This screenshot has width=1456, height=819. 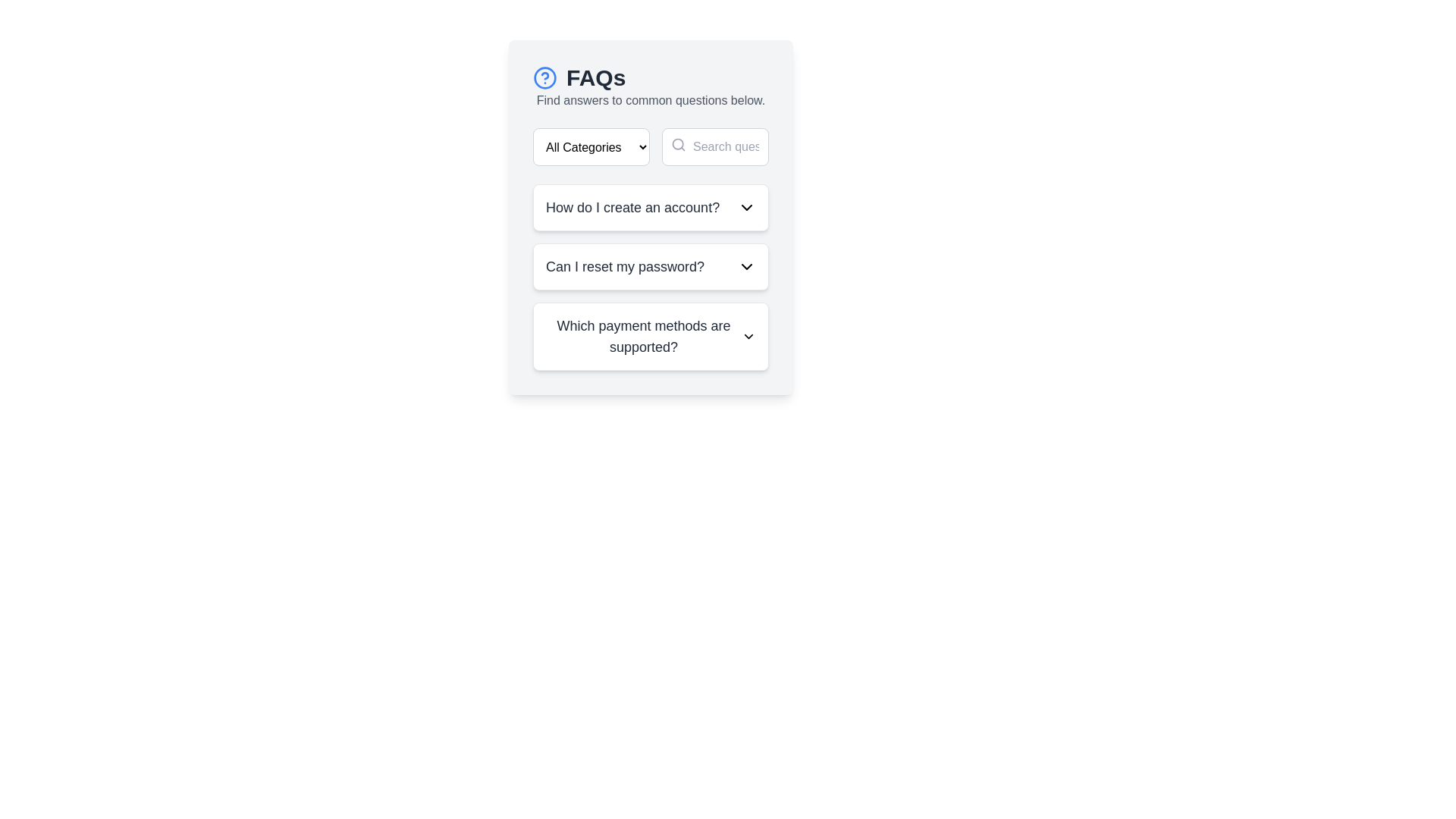 I want to click on the icon located to the far right of the question text 'Which payment methods are supported?', so click(x=748, y=335).